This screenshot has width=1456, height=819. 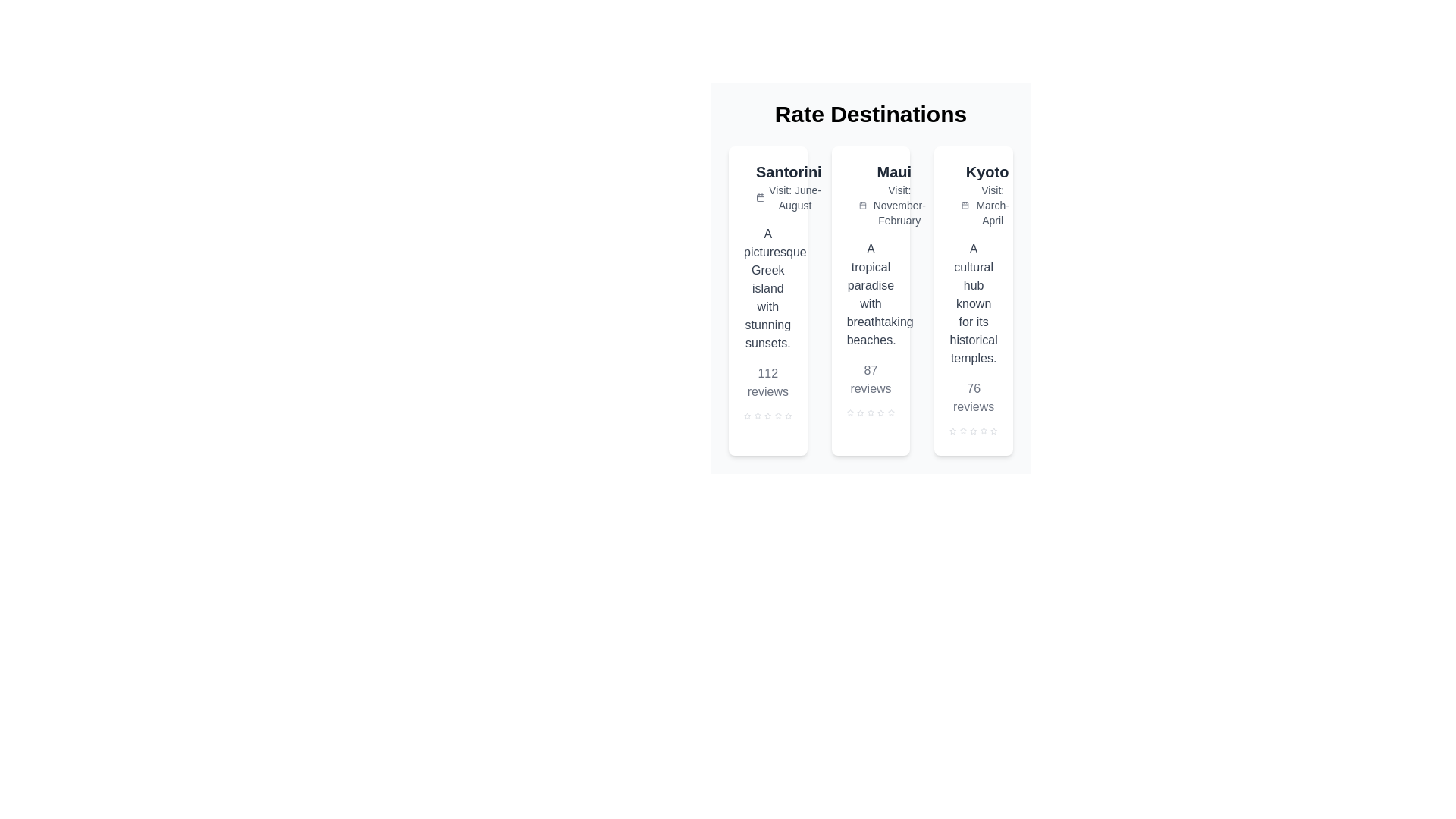 I want to click on textual description stating 'A picturesque Greek island with stunning sunsets.' which is centrally positioned below the title 'Santorini' in the card dedicated to 'Santorini', so click(x=767, y=289).